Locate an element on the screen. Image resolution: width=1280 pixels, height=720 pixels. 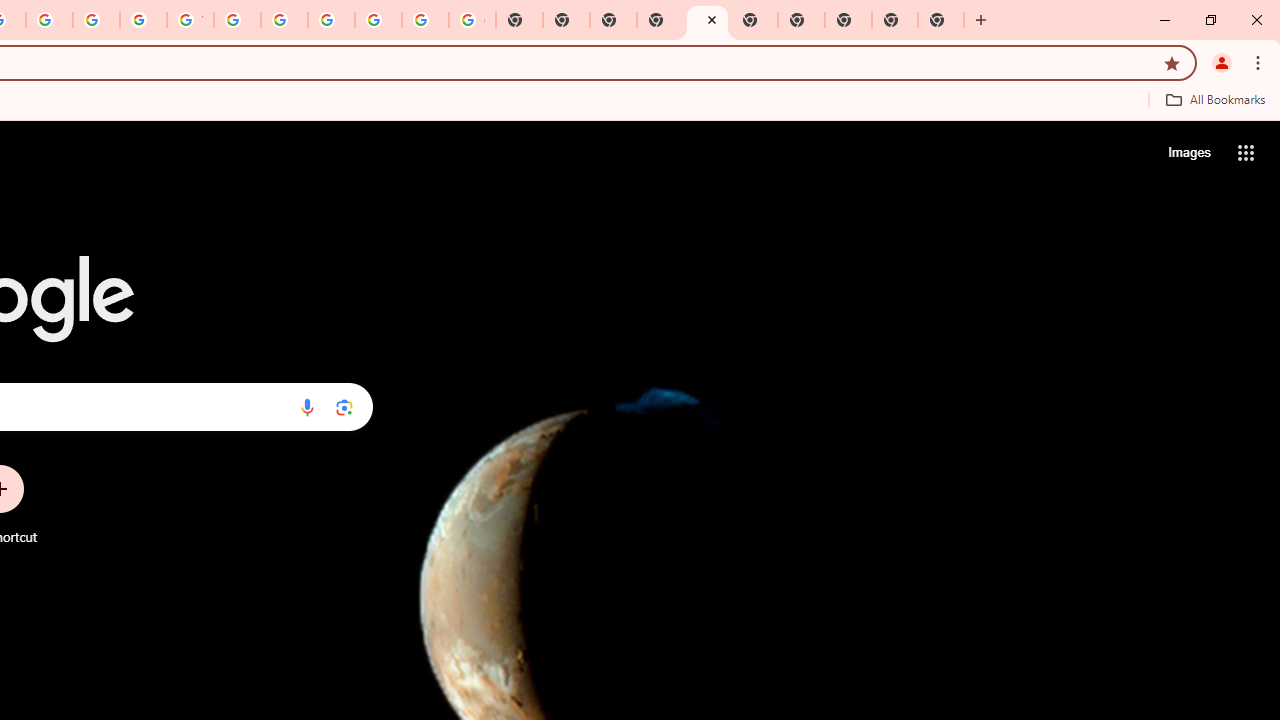
'Search by image' is located at coordinates (344, 406).